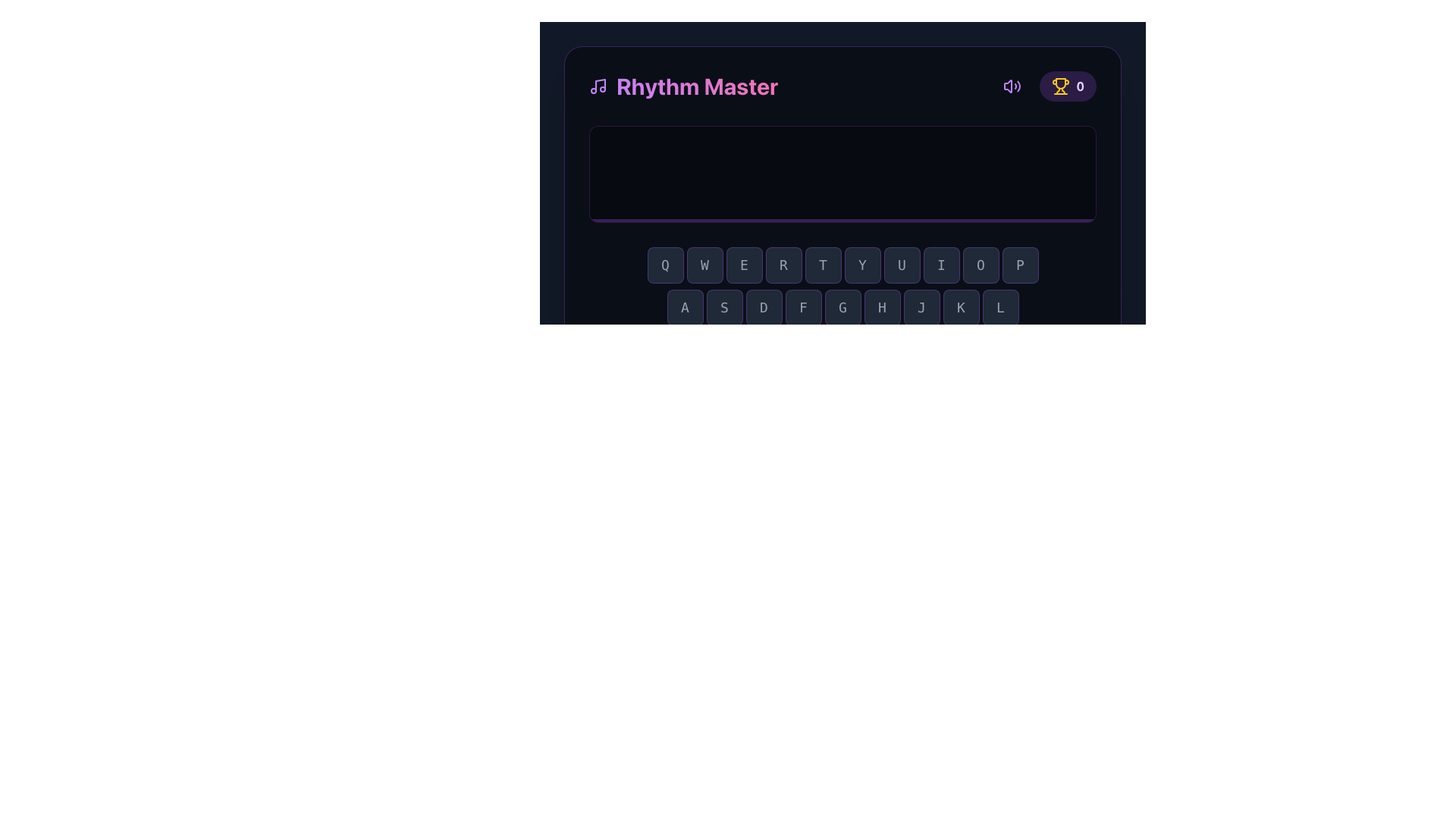 The width and height of the screenshot is (1456, 819). Describe the element at coordinates (684, 307) in the screenshot. I see `the first button in the horizontal keyboard layout to input the letter 'A', located under the heading 'Rhythm Master'` at that location.